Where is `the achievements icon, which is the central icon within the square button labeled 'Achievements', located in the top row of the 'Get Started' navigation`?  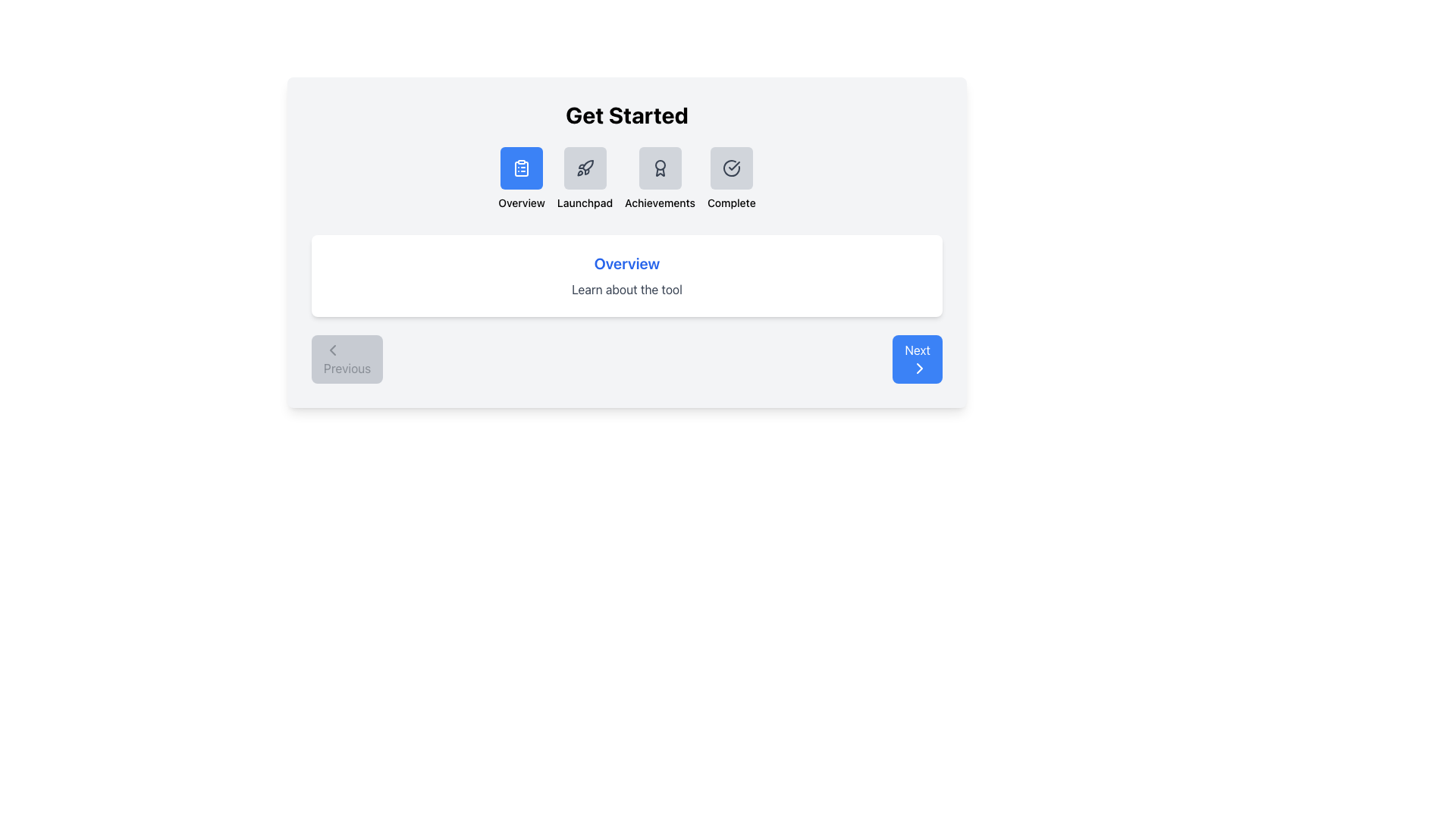
the achievements icon, which is the central icon within the square button labeled 'Achievements', located in the top row of the 'Get Started' navigation is located at coordinates (660, 168).